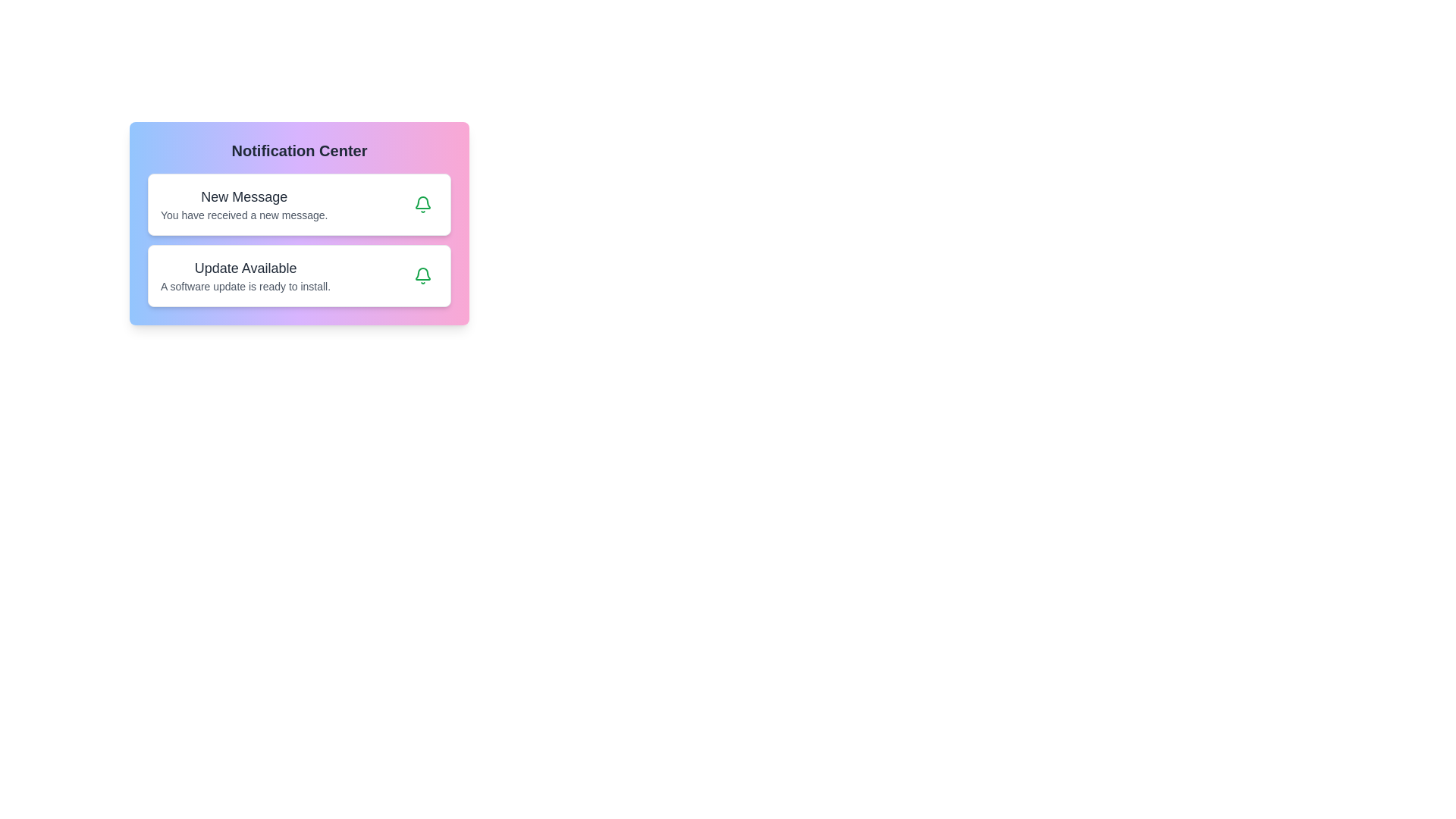  I want to click on the 'New Message' text label, which is styled with a medium-weighted larger font in dark gray color and is positioned at the top of its notification card layout, so click(244, 196).